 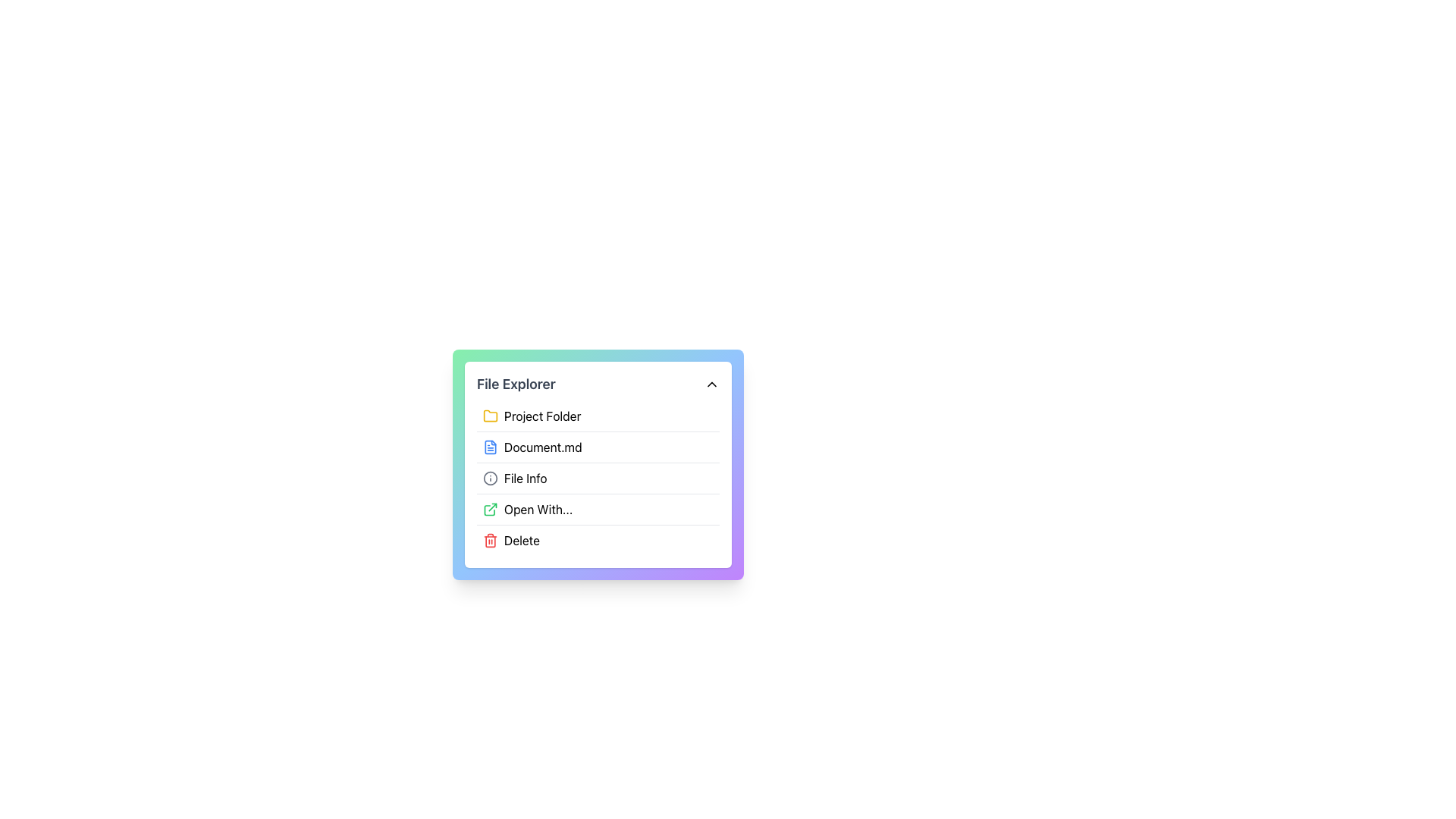 I want to click on the text label that indicates an option related, so click(x=526, y=479).